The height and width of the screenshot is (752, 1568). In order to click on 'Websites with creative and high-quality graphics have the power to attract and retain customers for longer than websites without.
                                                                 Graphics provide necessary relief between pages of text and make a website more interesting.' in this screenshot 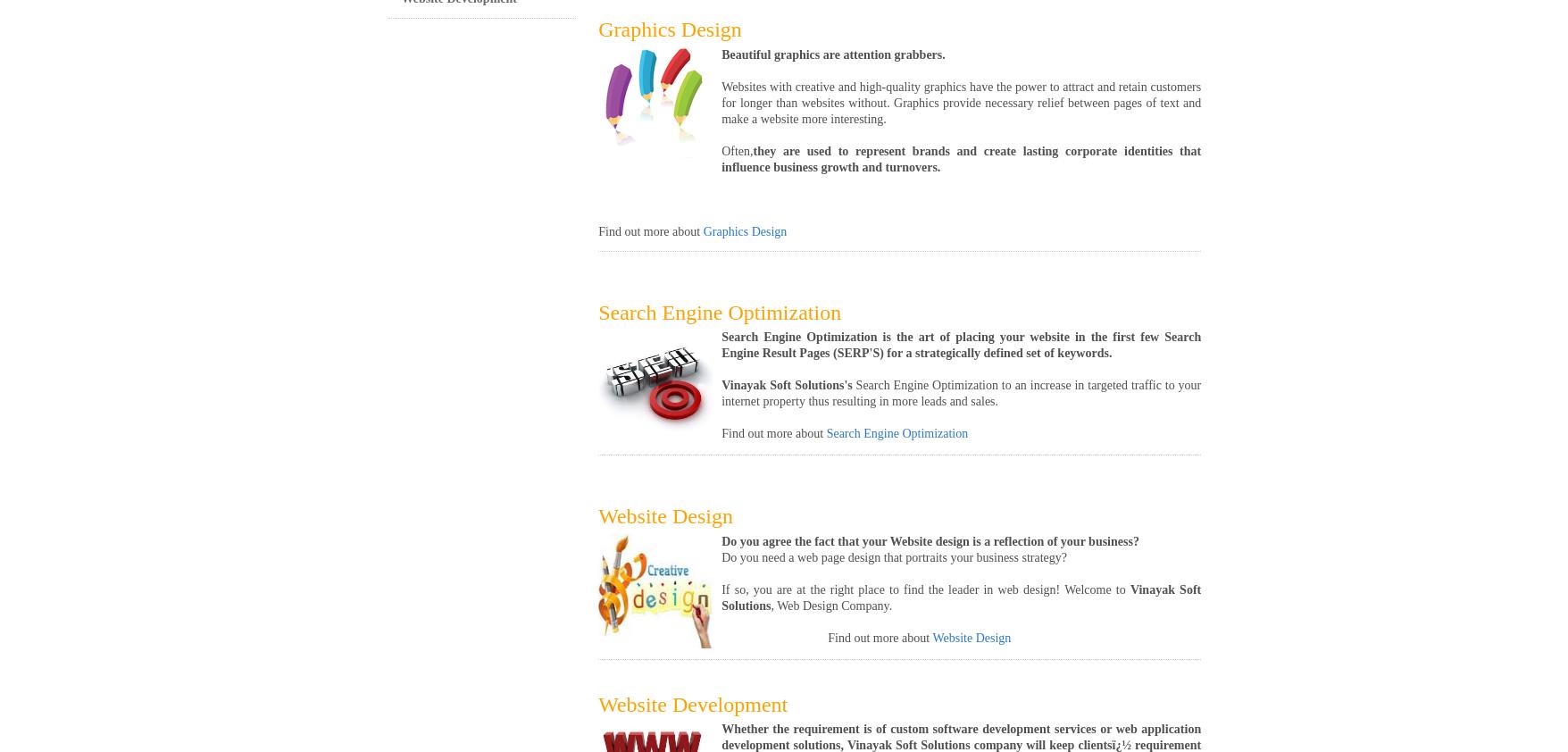, I will do `click(960, 101)`.